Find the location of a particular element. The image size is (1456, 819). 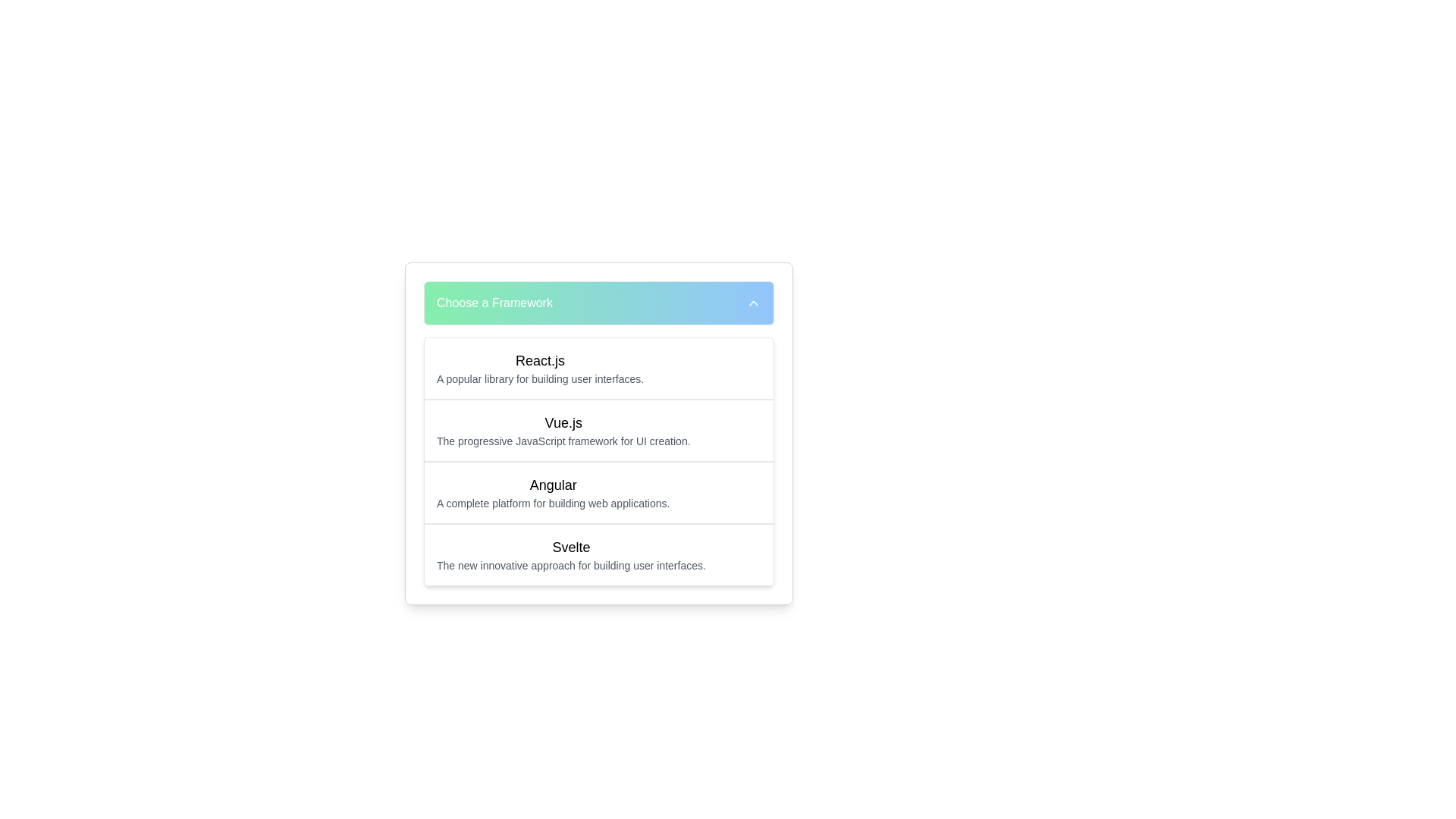

the informational section describing the Vue.js framework, which is the second item in the list of frameworks, located below 'React.js' and above 'Angular' is located at coordinates (598, 430).